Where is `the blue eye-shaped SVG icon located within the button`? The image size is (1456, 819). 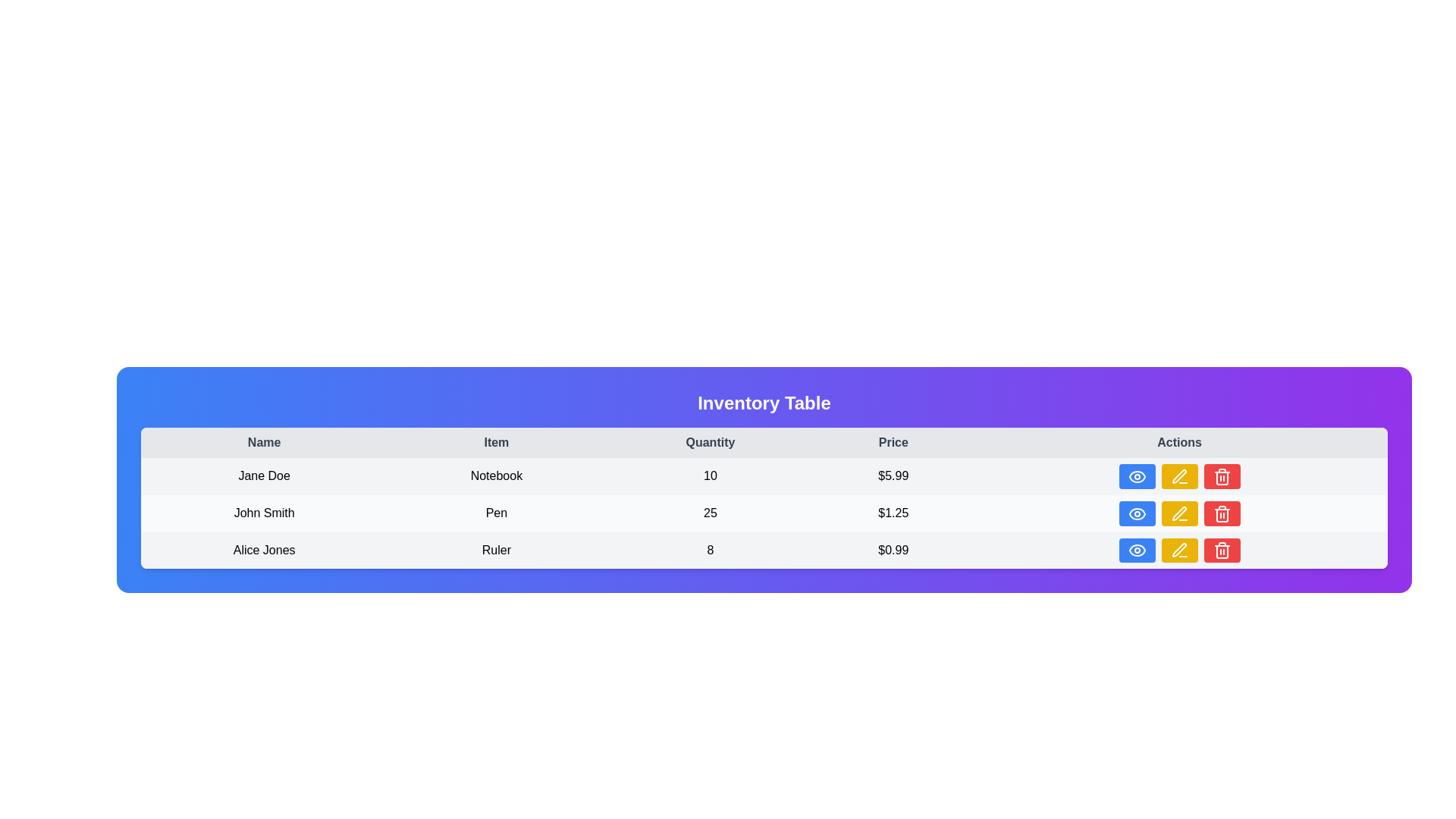 the blue eye-shaped SVG icon located within the button is located at coordinates (1137, 513).